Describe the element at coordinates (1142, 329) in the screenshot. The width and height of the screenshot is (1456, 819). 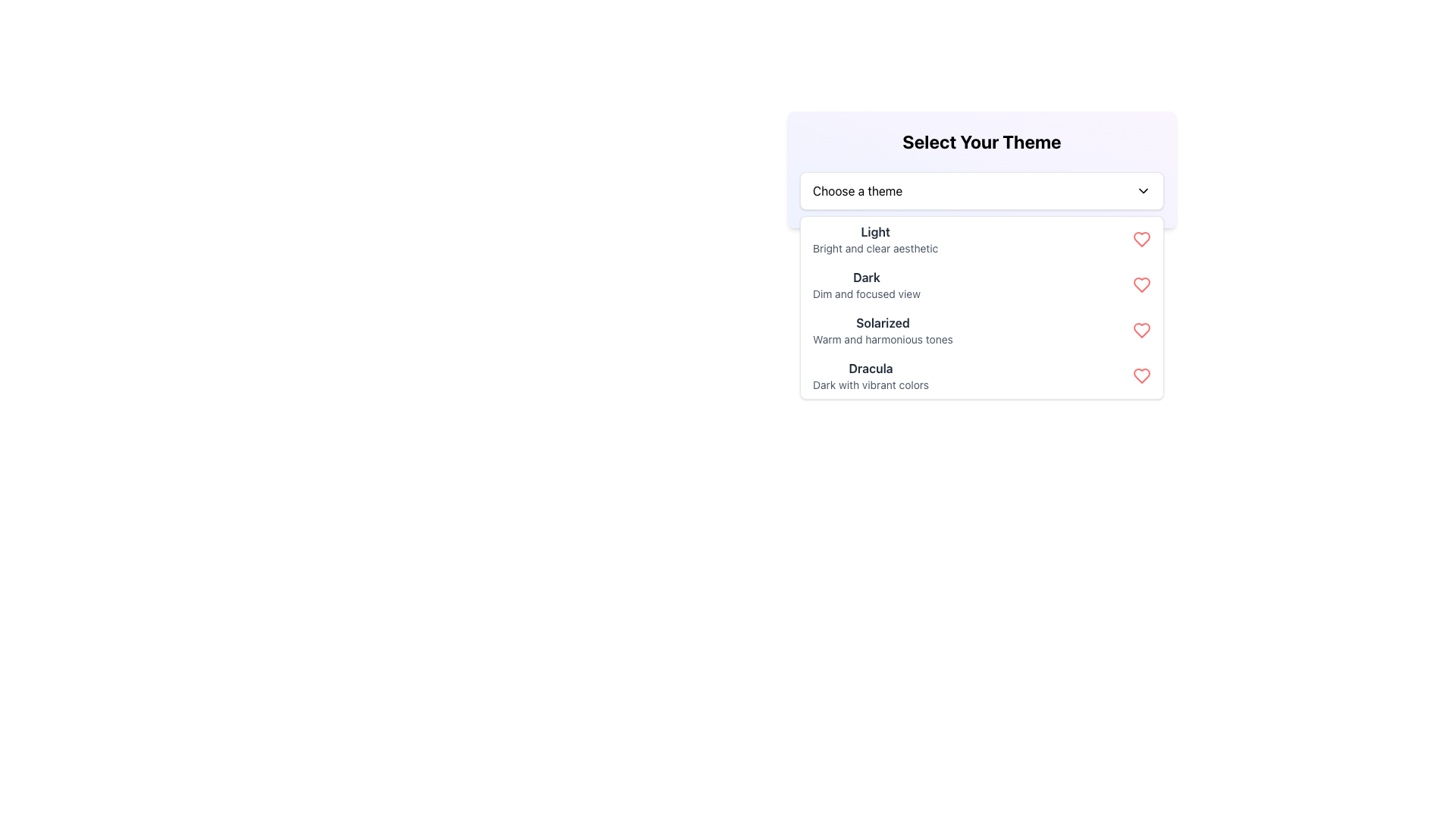
I see `the heart icon indicating the favorite state for the 'Solarized' theme option` at that location.